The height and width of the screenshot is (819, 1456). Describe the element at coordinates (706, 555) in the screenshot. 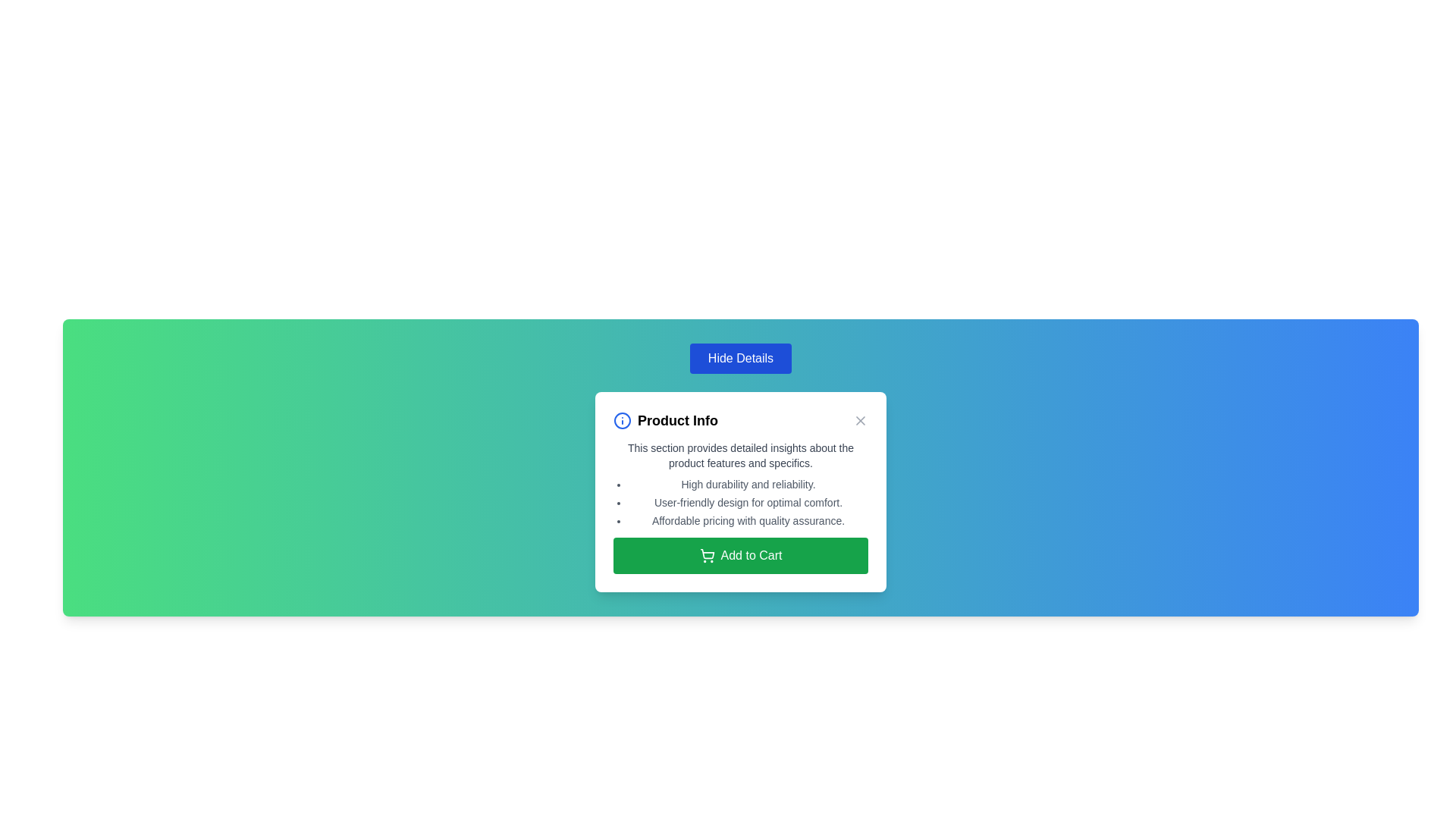

I see `the shopping cart icon located within the 'Add to Cart' button, positioned adjacent to the text label 'Add to Cart'` at that location.